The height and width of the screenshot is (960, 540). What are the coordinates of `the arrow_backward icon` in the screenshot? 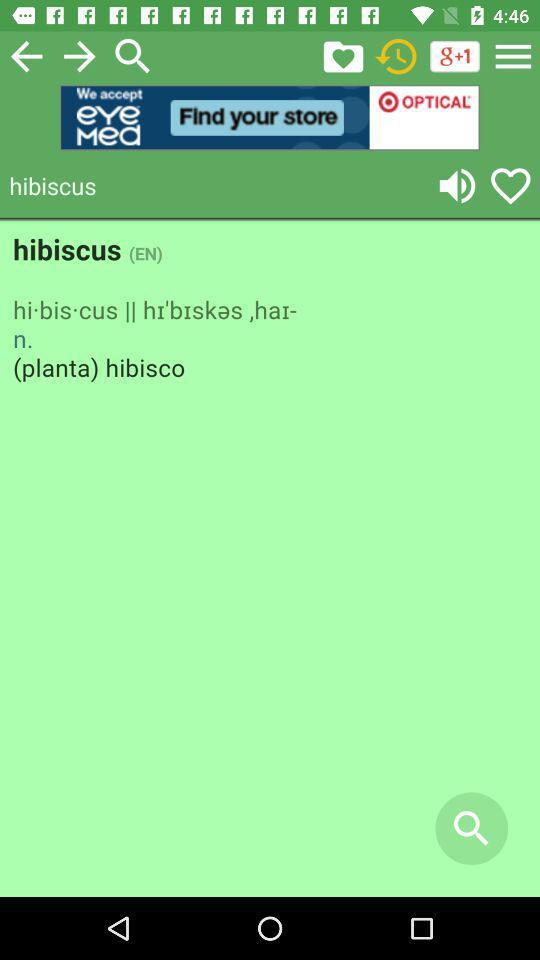 It's located at (25, 55).